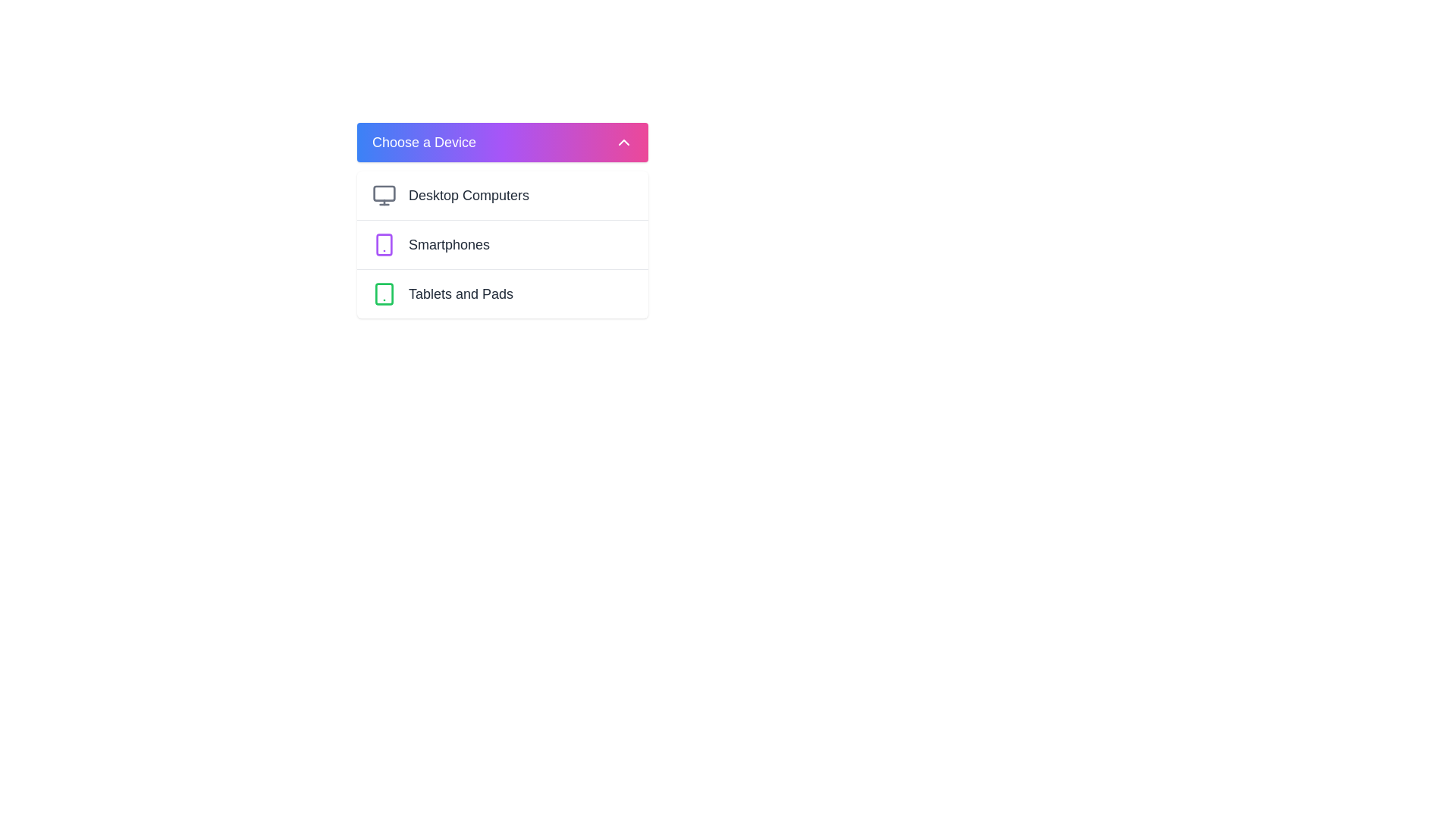  Describe the element at coordinates (384, 244) in the screenshot. I see `the 'Smartphones' menu icon, which is an SVG graphic located in the second group of the menu, to the left of the text label 'Smartphones'` at that location.